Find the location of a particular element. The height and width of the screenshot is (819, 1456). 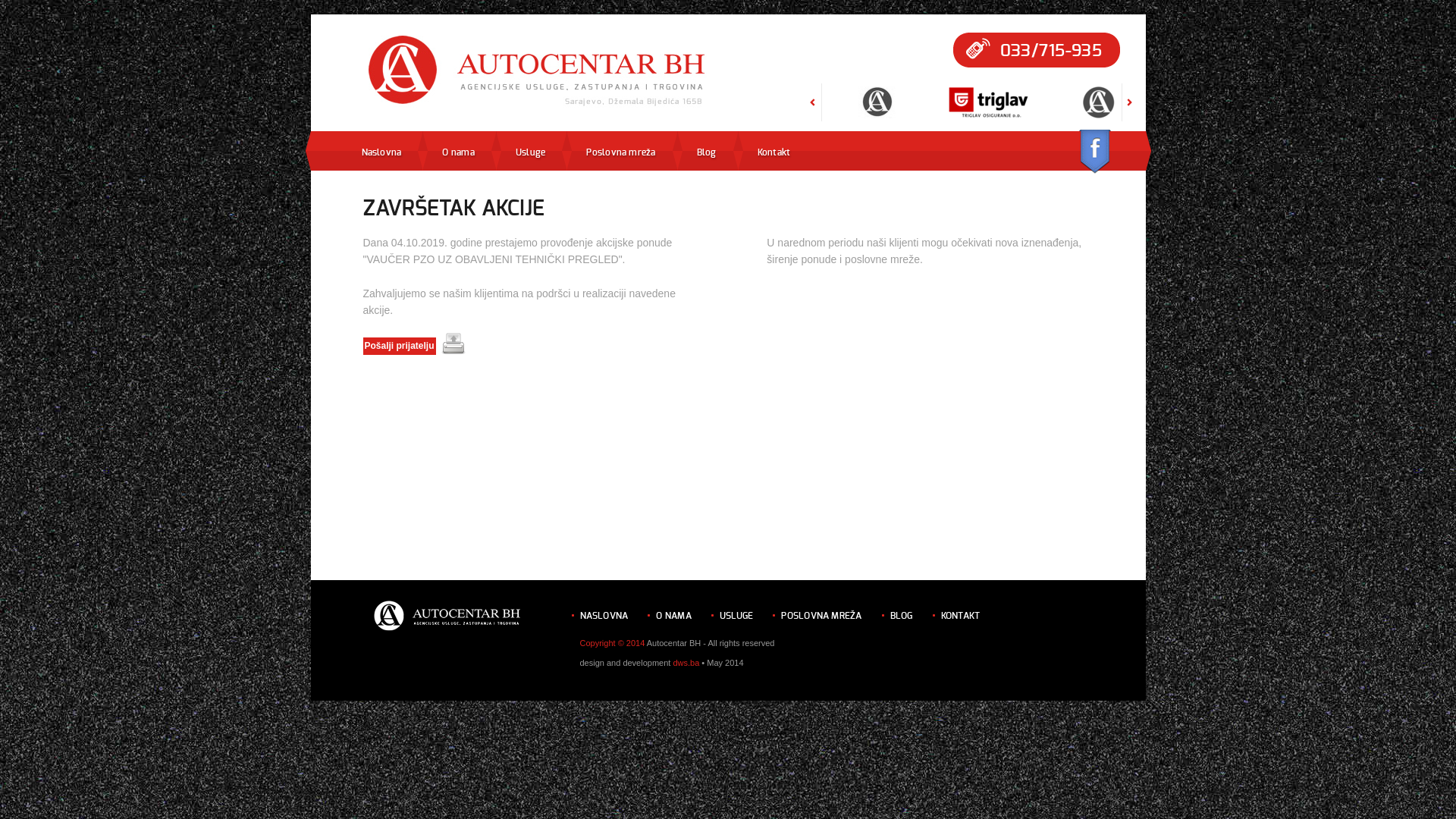

'BLOG' is located at coordinates (902, 615).